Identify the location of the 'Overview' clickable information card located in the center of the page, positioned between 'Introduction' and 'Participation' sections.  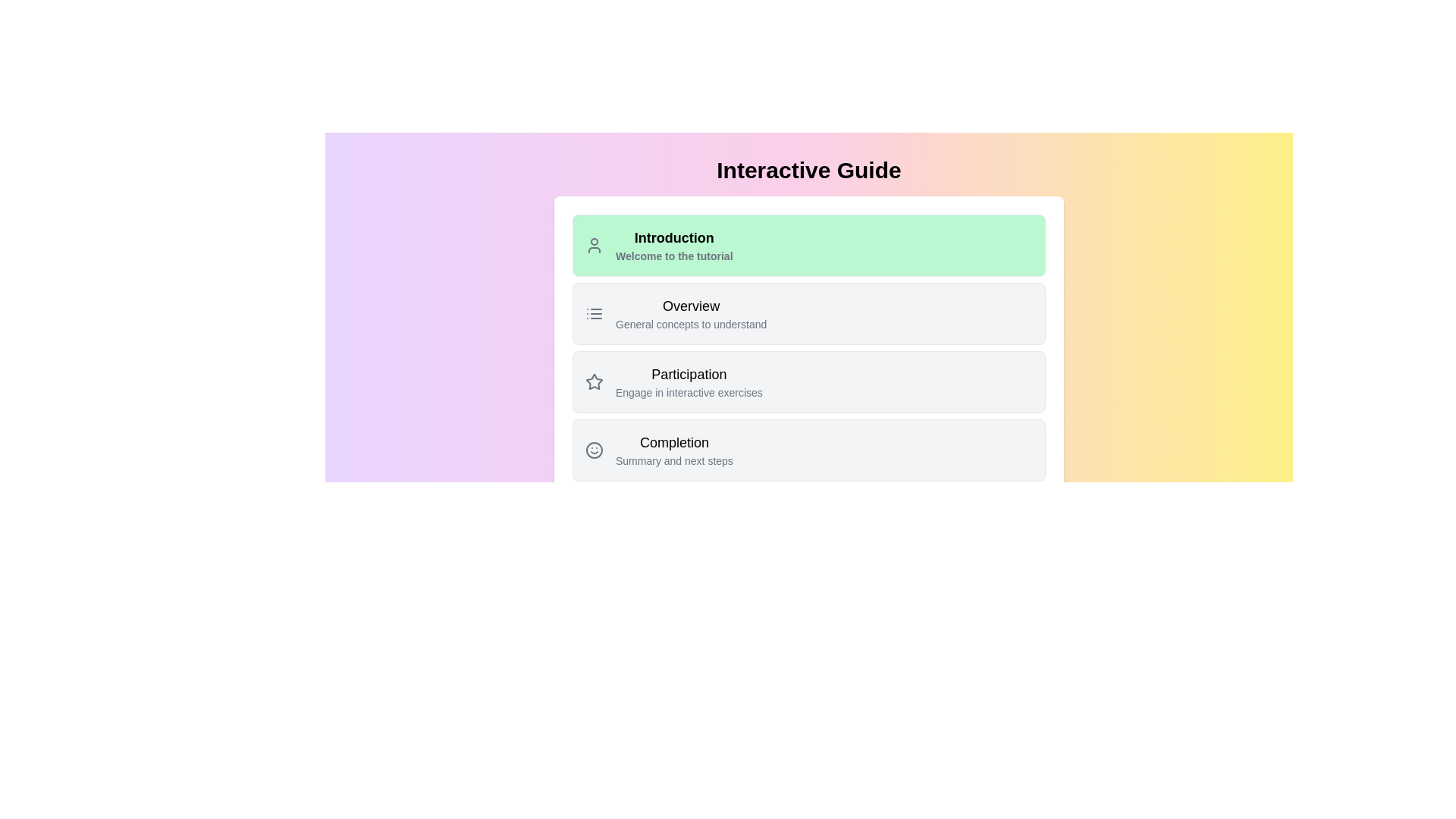
(808, 312).